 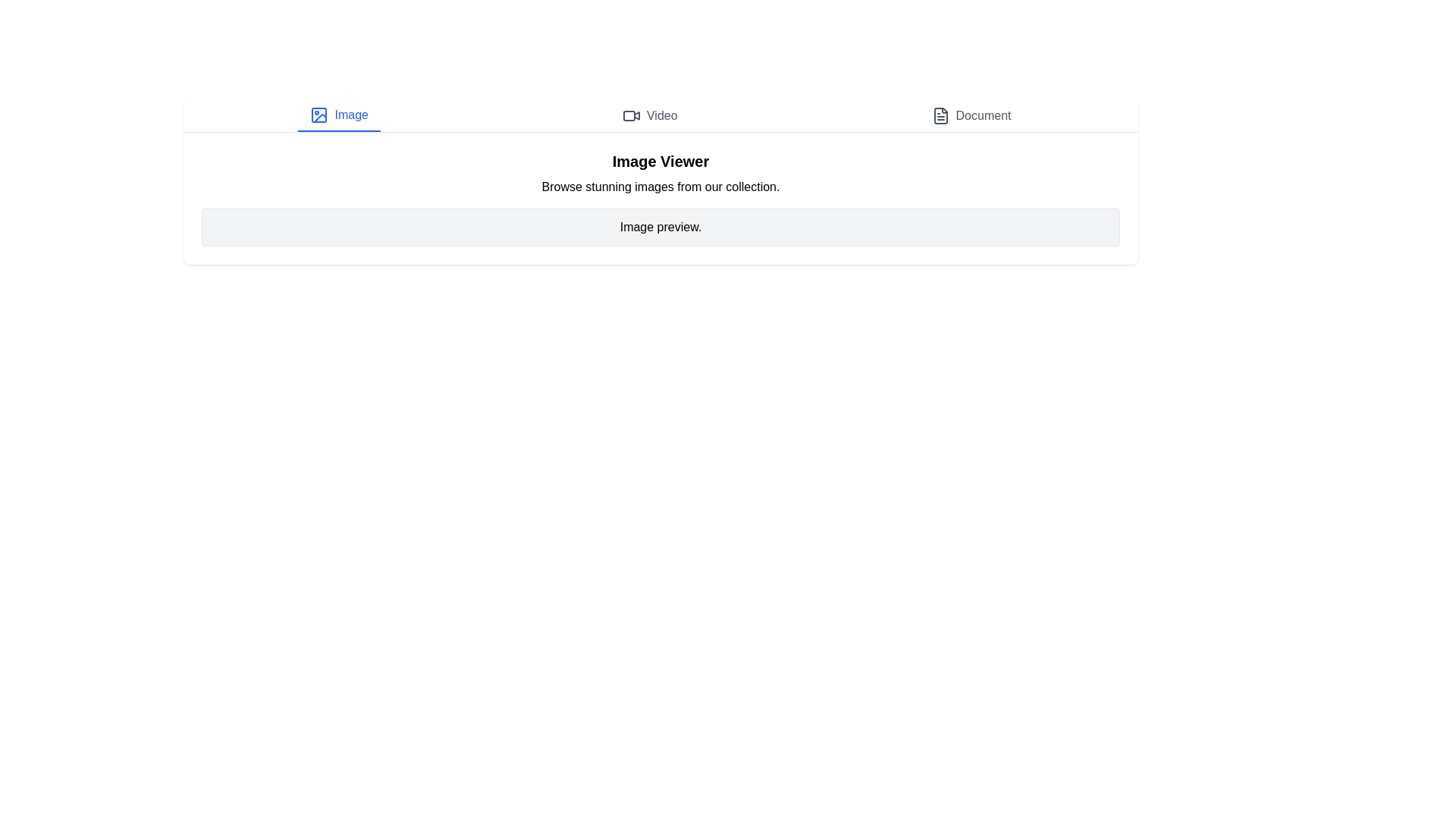 I want to click on the Image tab by clicking on it, so click(x=338, y=115).